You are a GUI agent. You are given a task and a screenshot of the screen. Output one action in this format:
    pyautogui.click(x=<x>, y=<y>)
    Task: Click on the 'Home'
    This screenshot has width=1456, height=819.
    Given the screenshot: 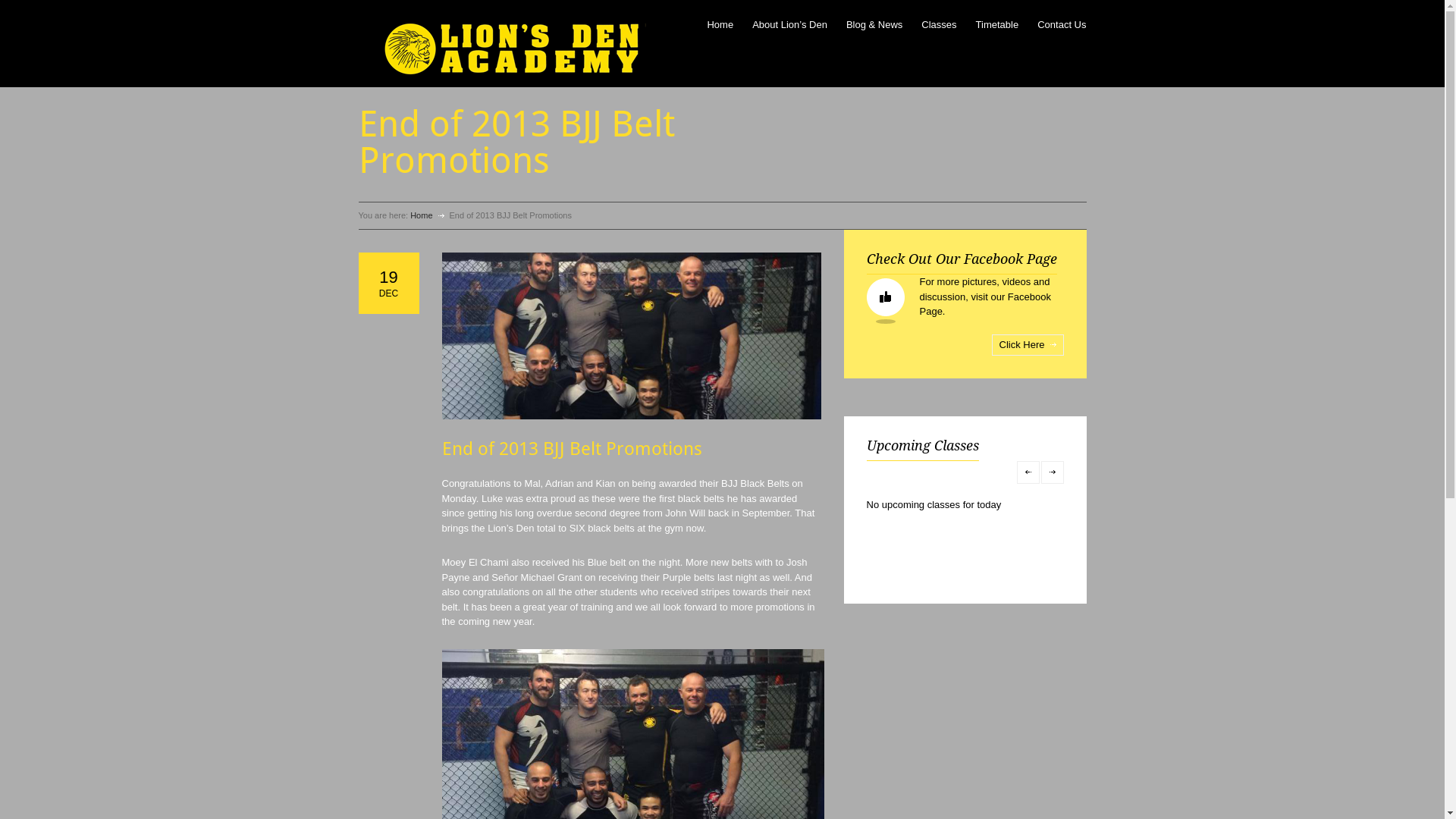 What is the action you would take?
    pyautogui.click(x=421, y=215)
    